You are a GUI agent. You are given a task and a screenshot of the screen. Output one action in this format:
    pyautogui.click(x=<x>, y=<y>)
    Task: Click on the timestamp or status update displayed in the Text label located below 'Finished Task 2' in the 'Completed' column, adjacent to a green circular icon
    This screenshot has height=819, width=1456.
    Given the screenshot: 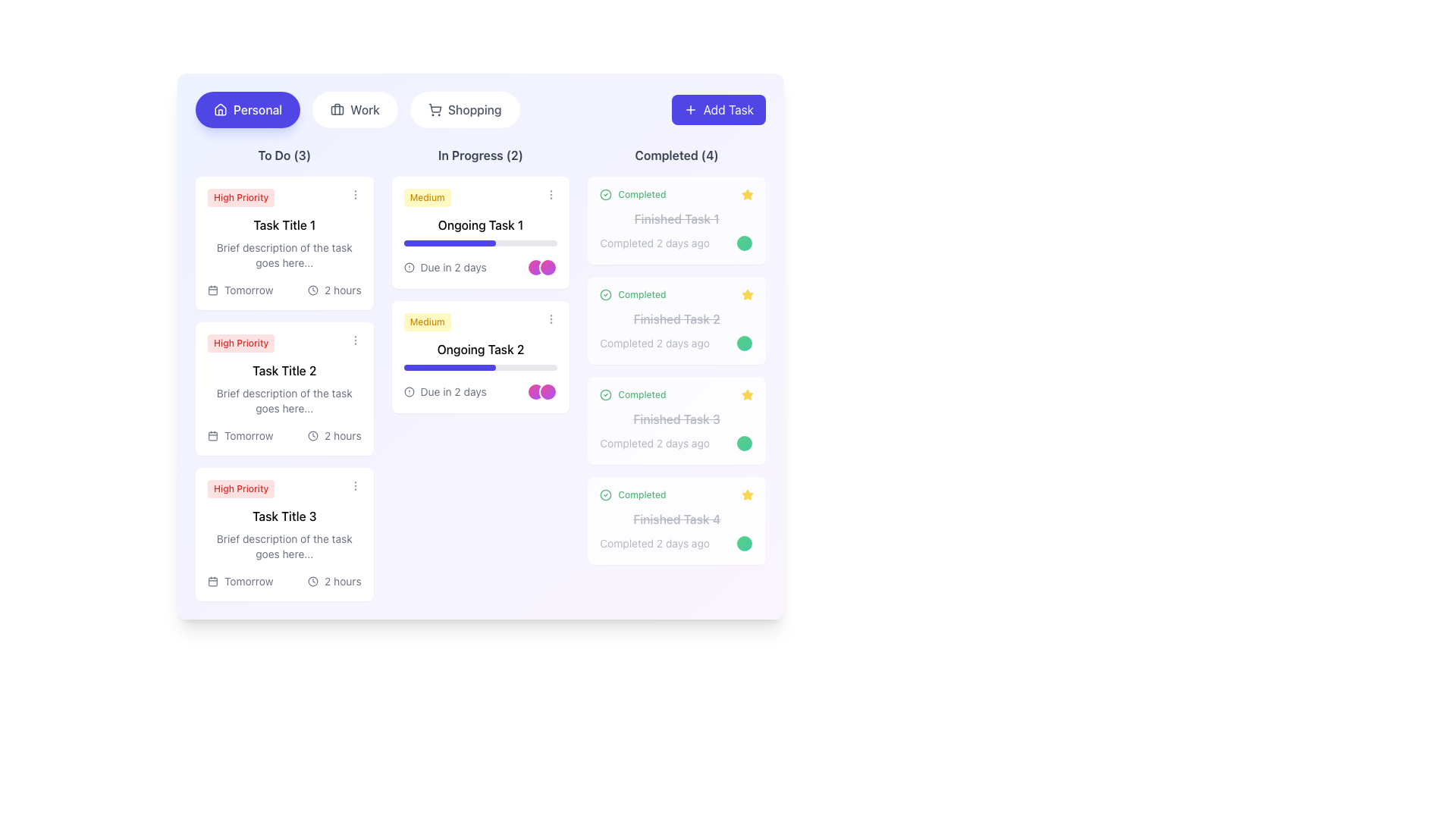 What is the action you would take?
    pyautogui.click(x=654, y=343)
    